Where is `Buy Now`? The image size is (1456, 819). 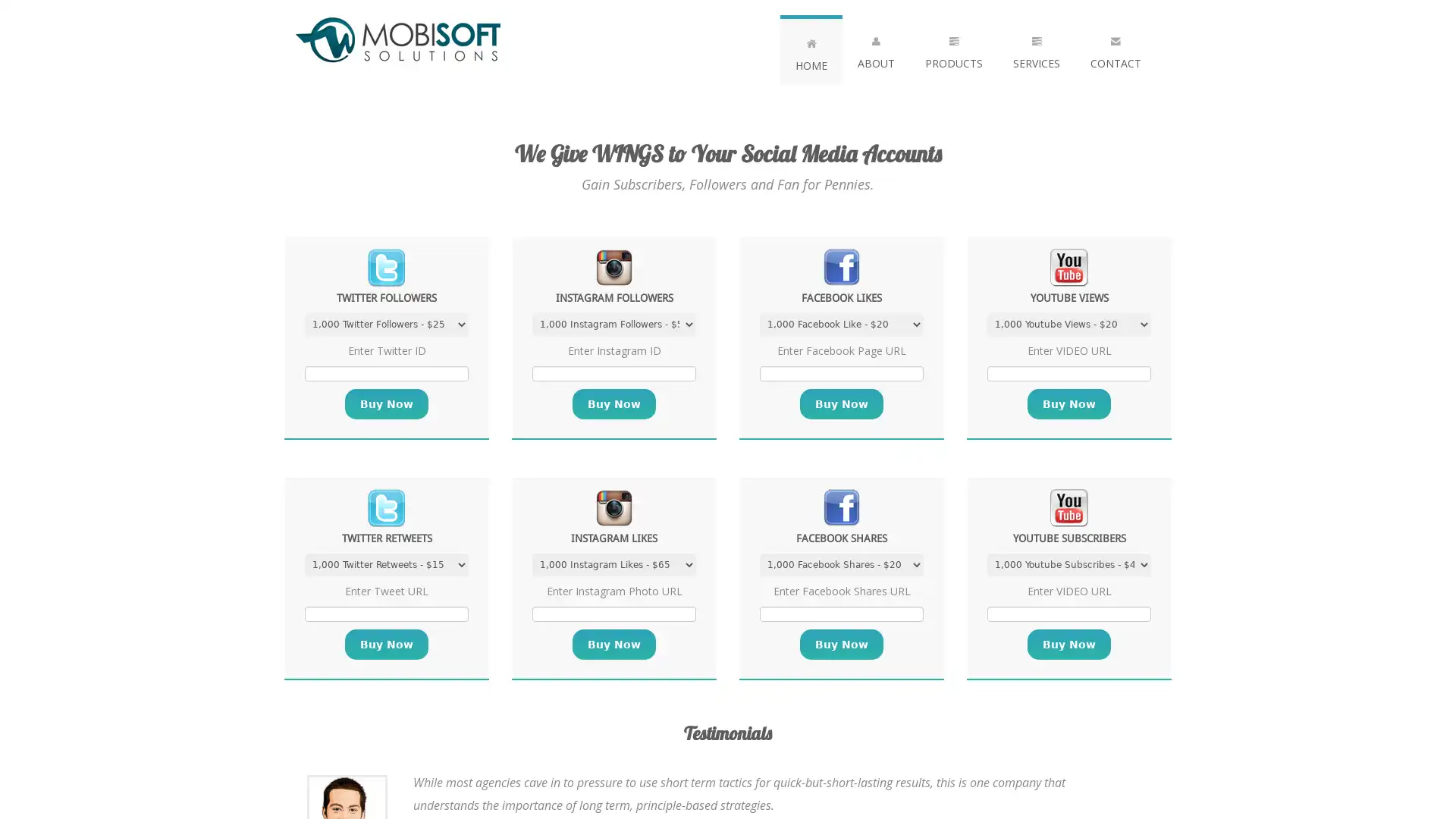
Buy Now is located at coordinates (1068, 644).